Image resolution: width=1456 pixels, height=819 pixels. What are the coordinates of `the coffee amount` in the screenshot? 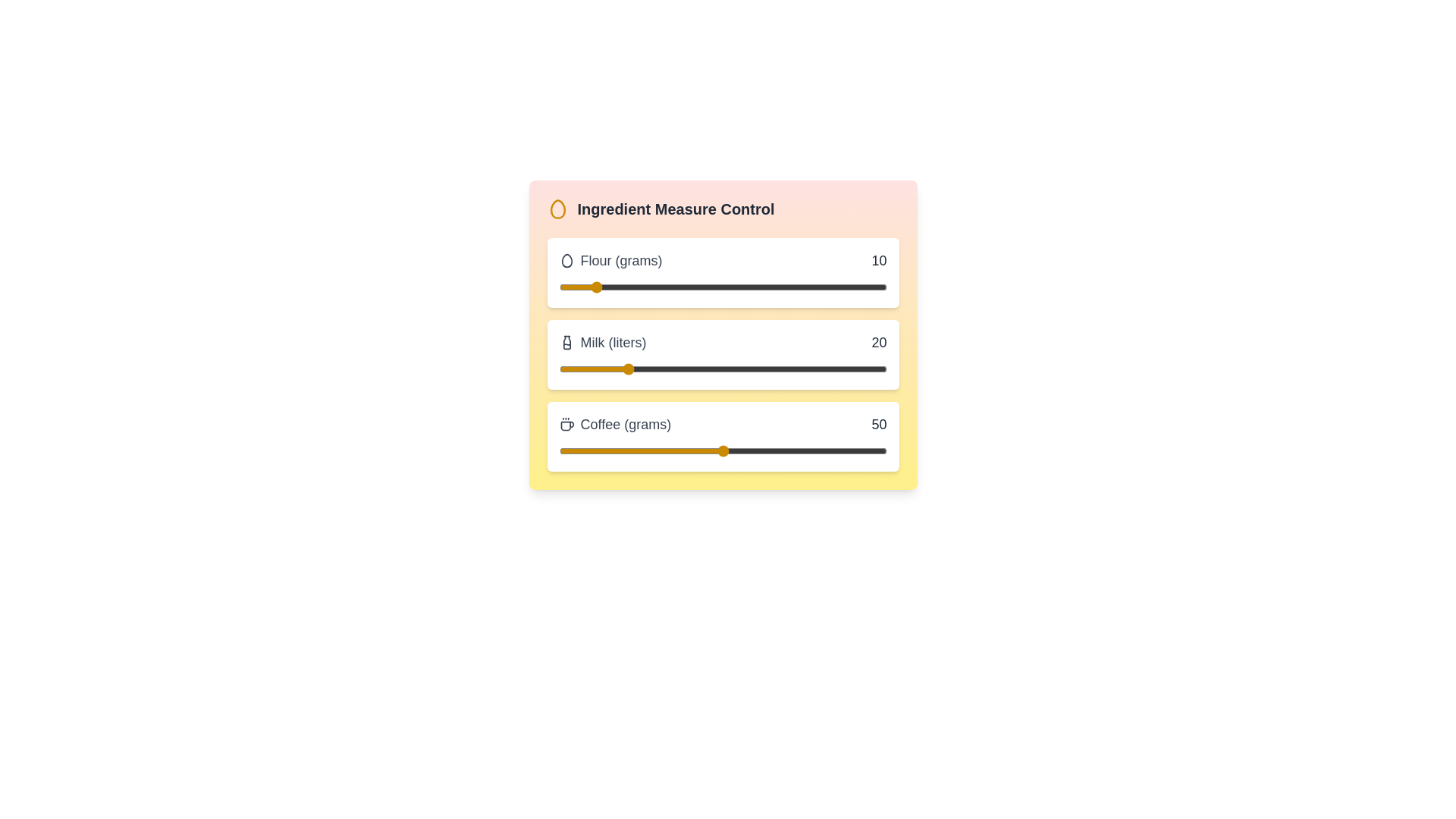 It's located at (775, 450).